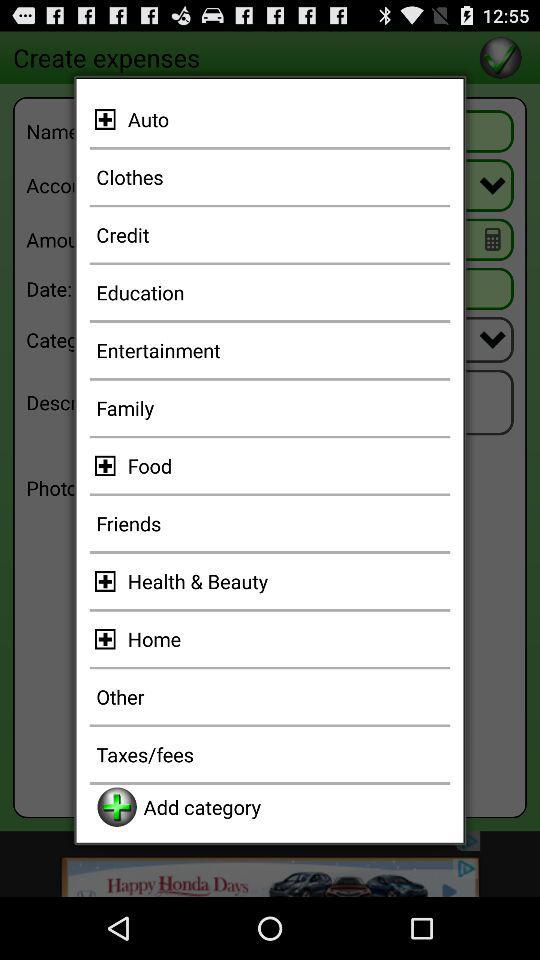  Describe the element at coordinates (108, 638) in the screenshot. I see `new home category` at that location.